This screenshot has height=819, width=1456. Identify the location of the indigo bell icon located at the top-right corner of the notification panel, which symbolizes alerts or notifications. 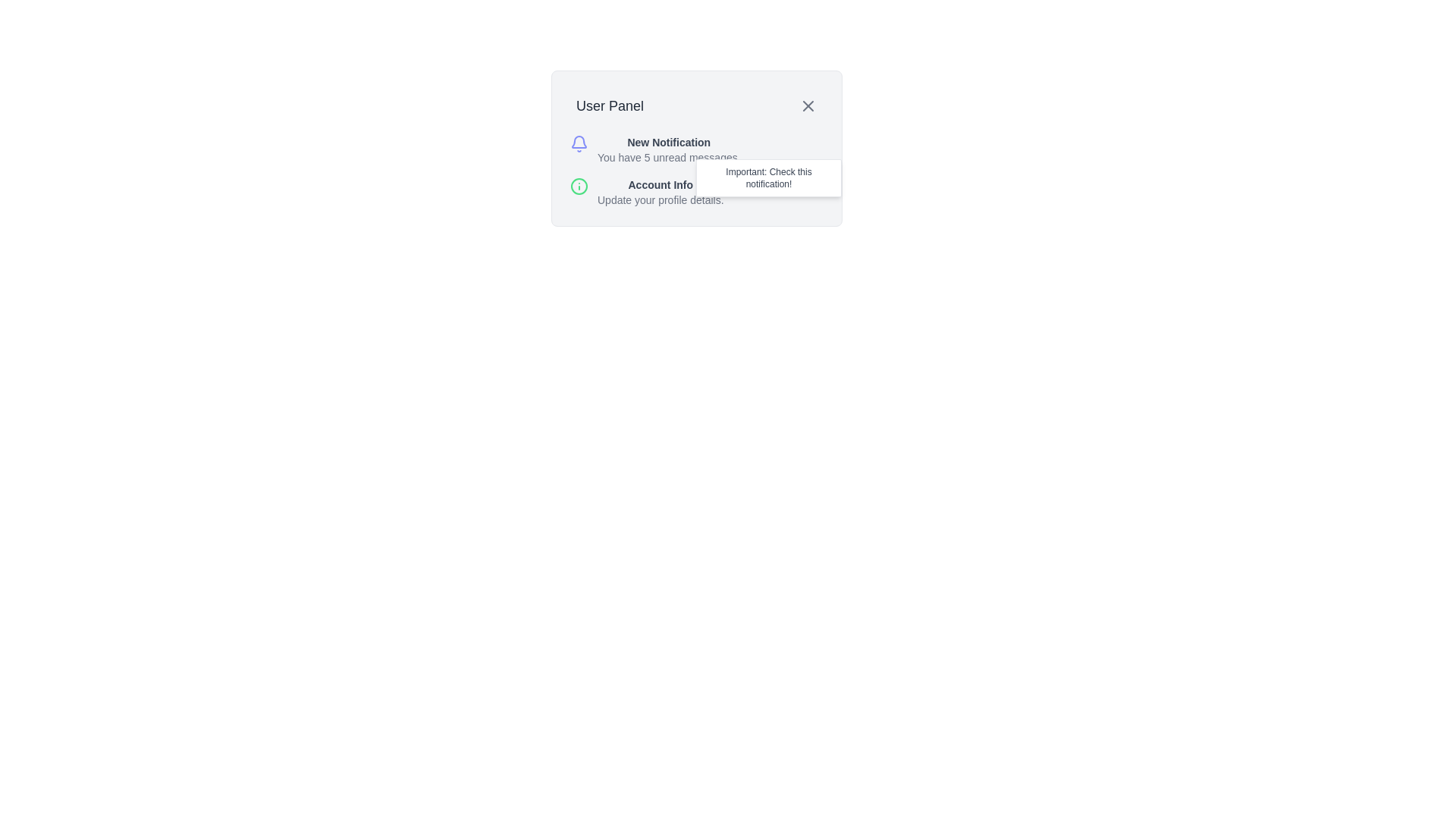
(578, 142).